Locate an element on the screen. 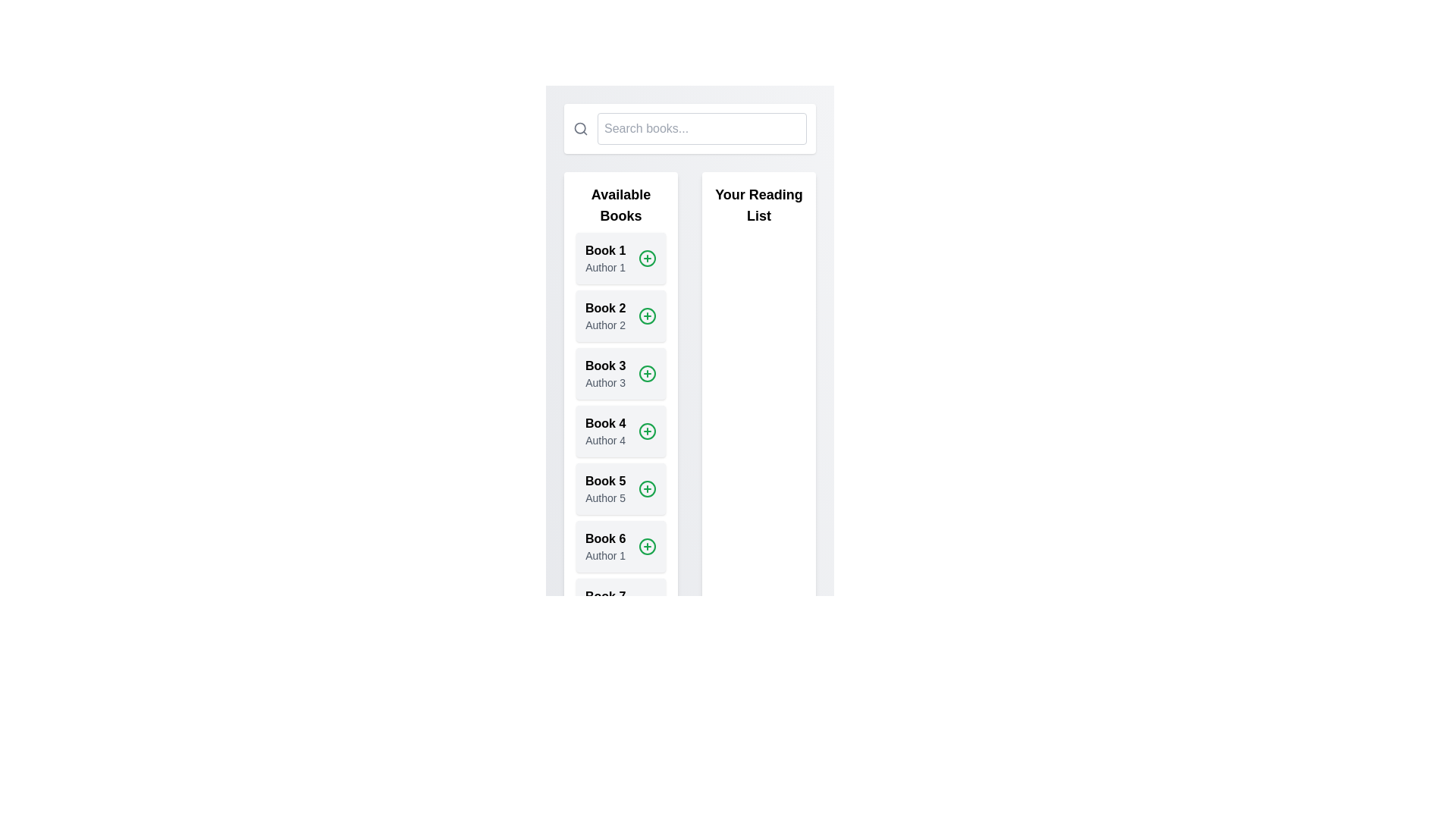 This screenshot has height=819, width=1456. the title text label of the fourth book item in the 'Available Books' section is located at coordinates (604, 424).